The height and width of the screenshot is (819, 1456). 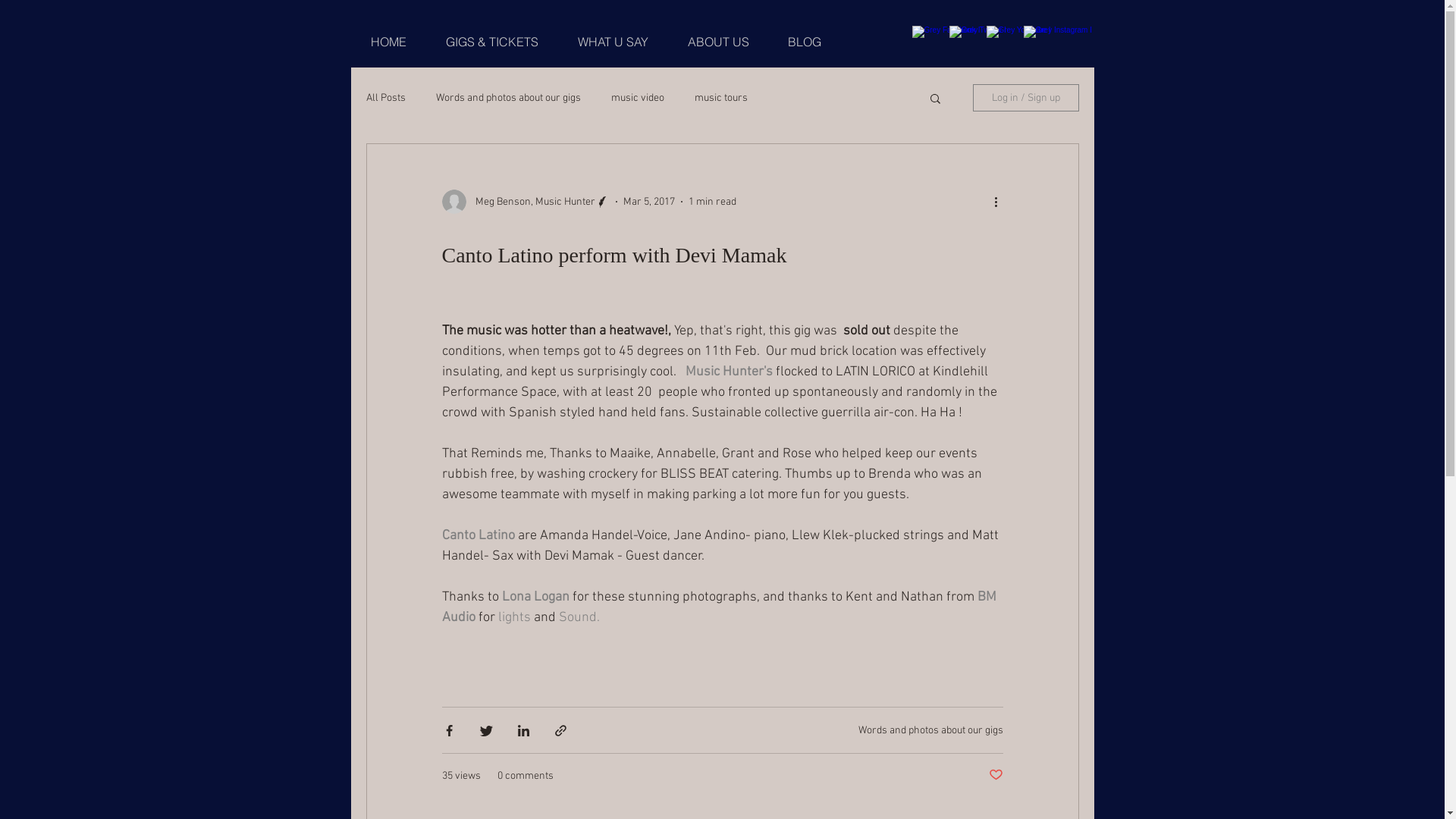 I want to click on 'lights ', so click(x=515, y=617).